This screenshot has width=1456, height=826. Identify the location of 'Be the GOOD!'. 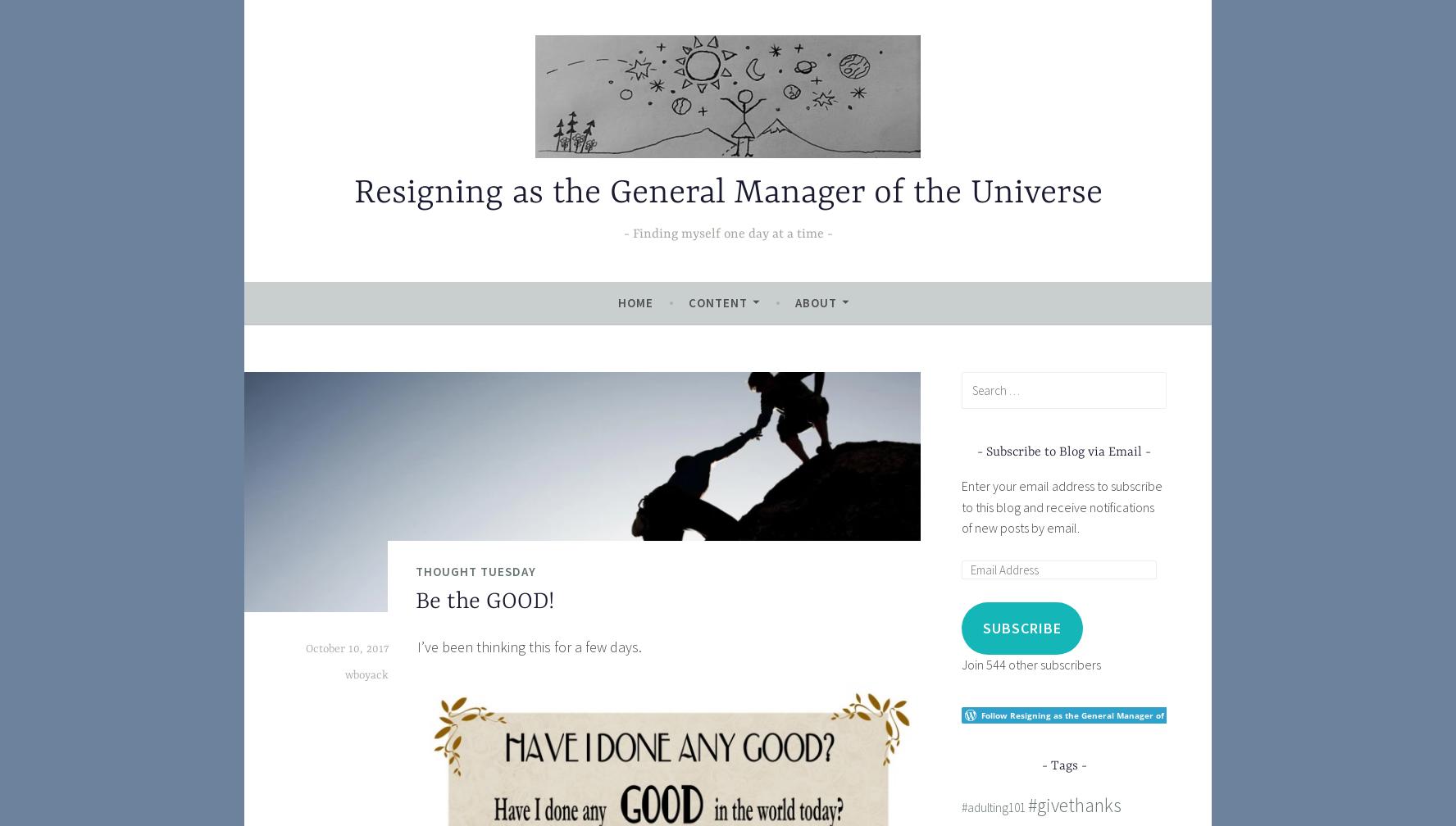
(485, 601).